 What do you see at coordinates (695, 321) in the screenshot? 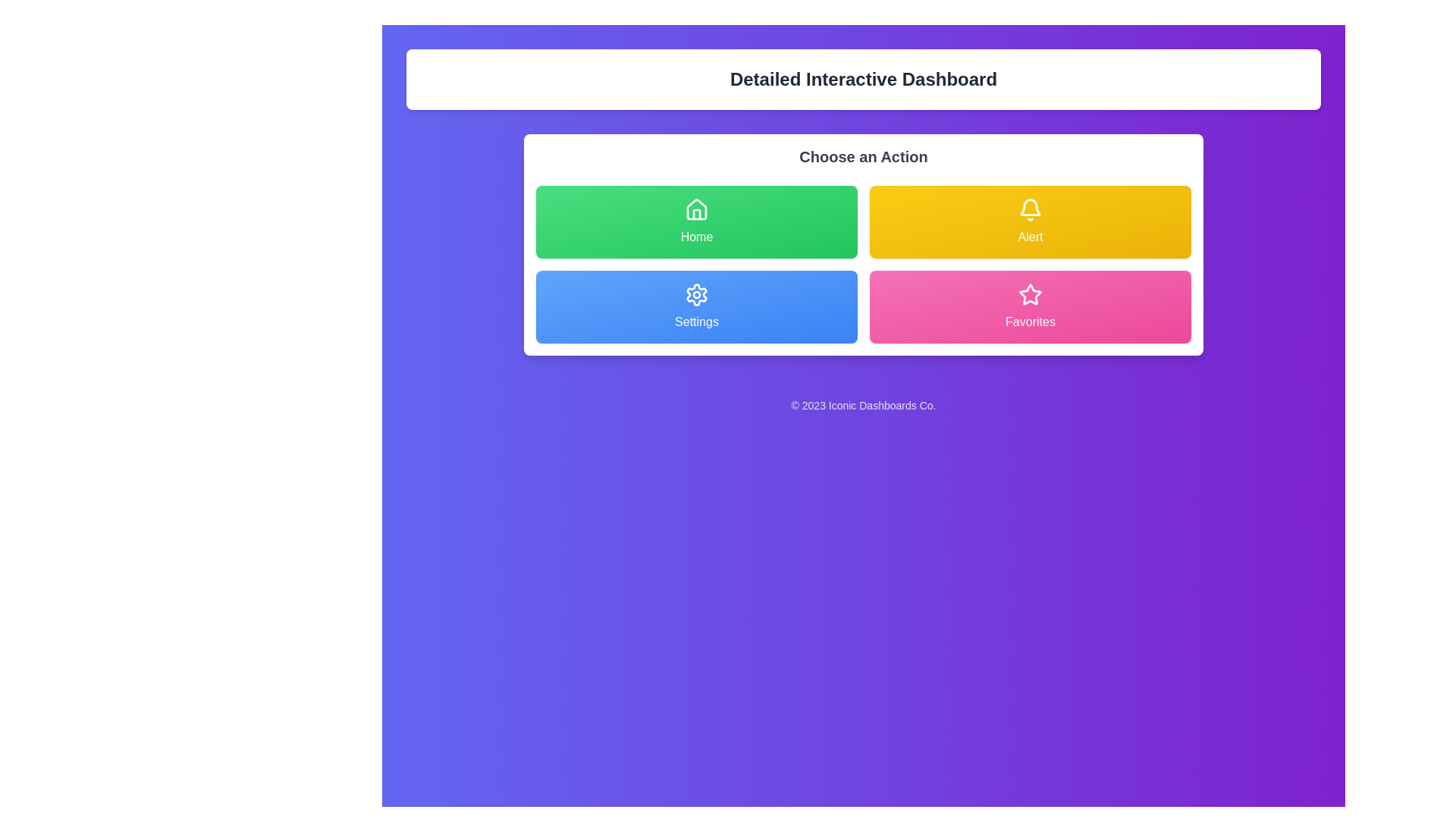
I see `text label that identifies the 'Settings' option located at the bottom of the 'Settings' card in the bottom-left area of the interface` at bounding box center [695, 321].